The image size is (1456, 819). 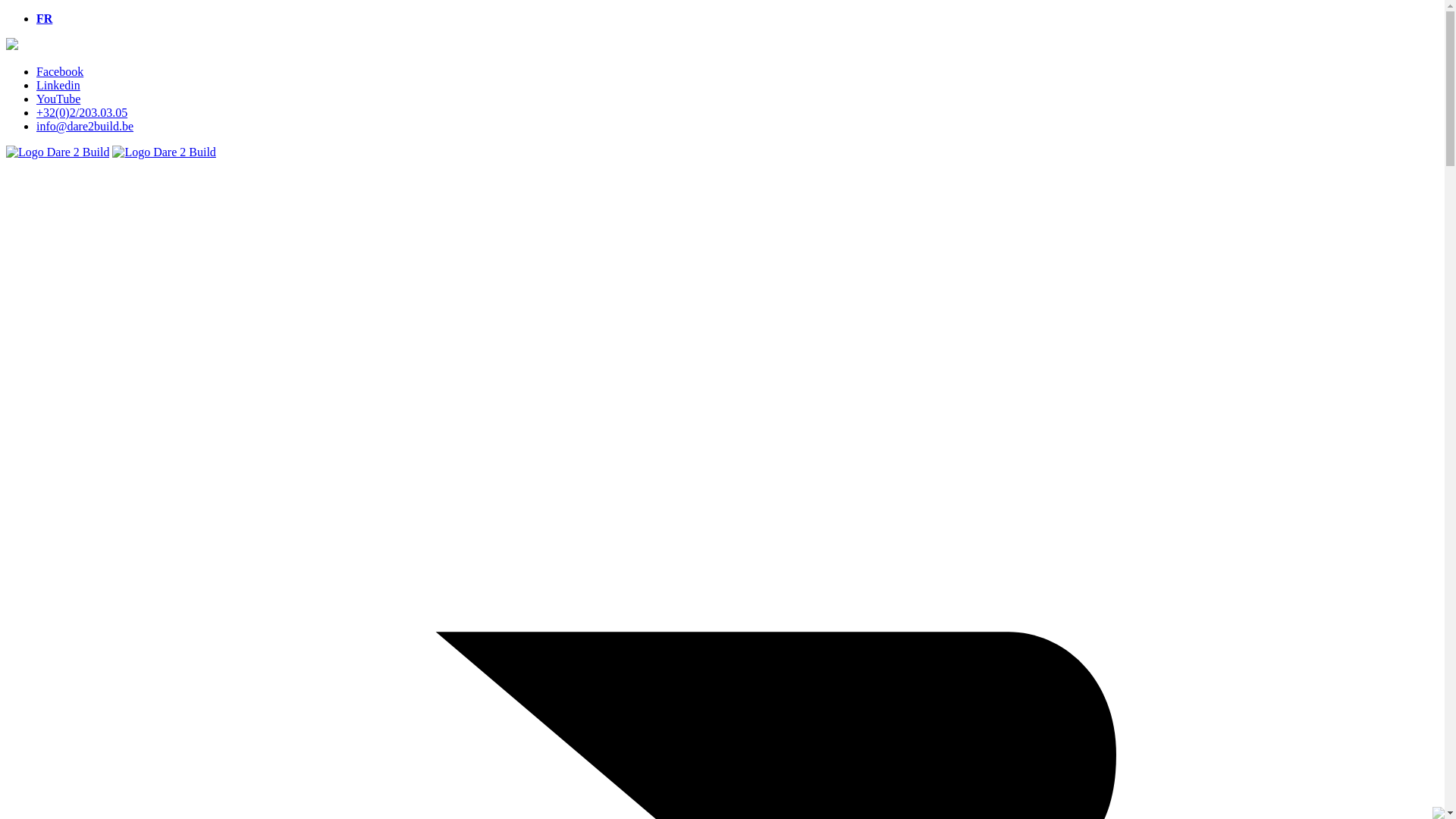 I want to click on 'Facebook', so click(x=59, y=71).